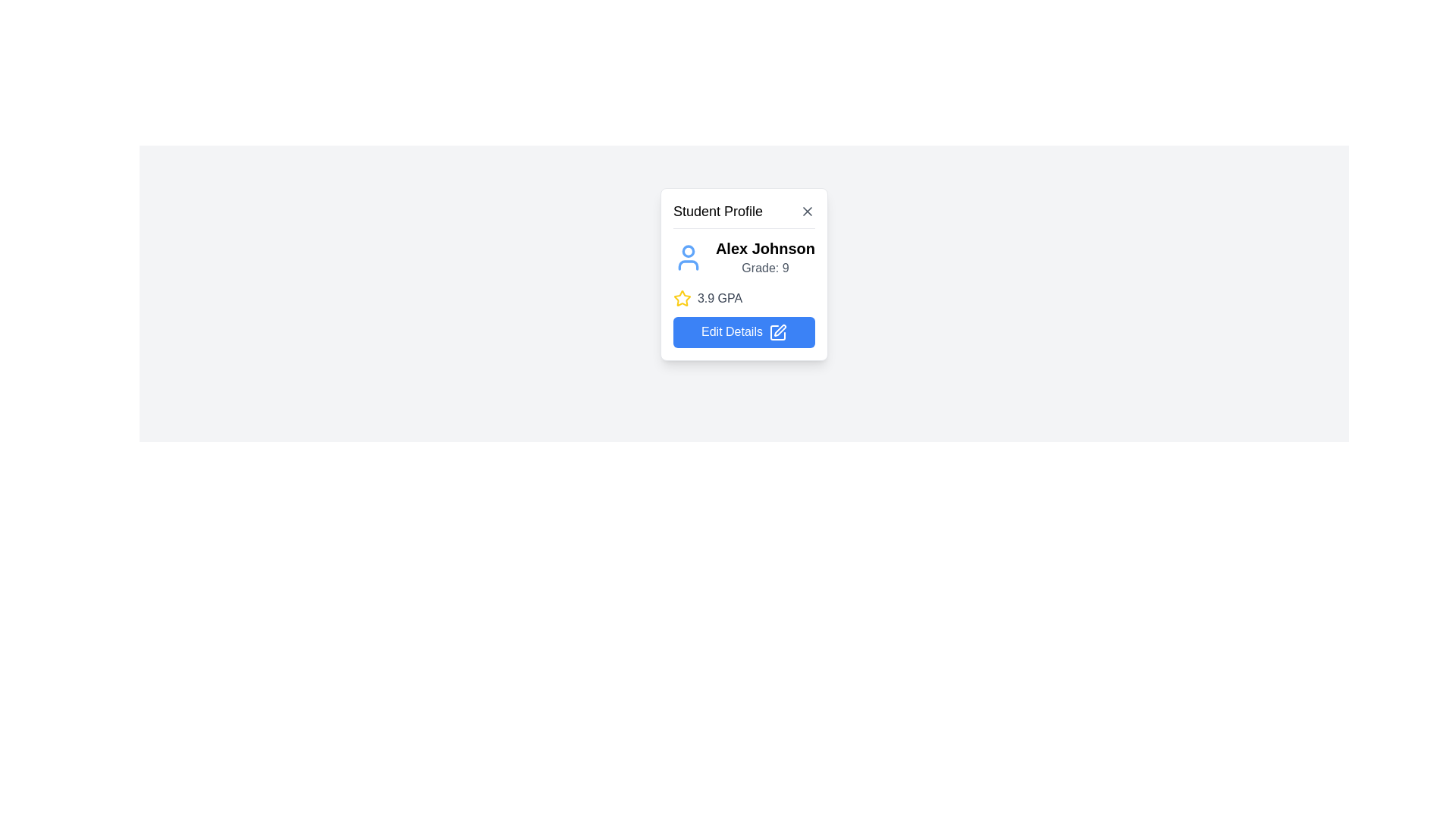 This screenshot has width=1456, height=819. I want to click on the blue user icon silhouette located at the top-left corner of the 'Student Profile' card, next to the user name 'Alex Johnson', so click(687, 256).